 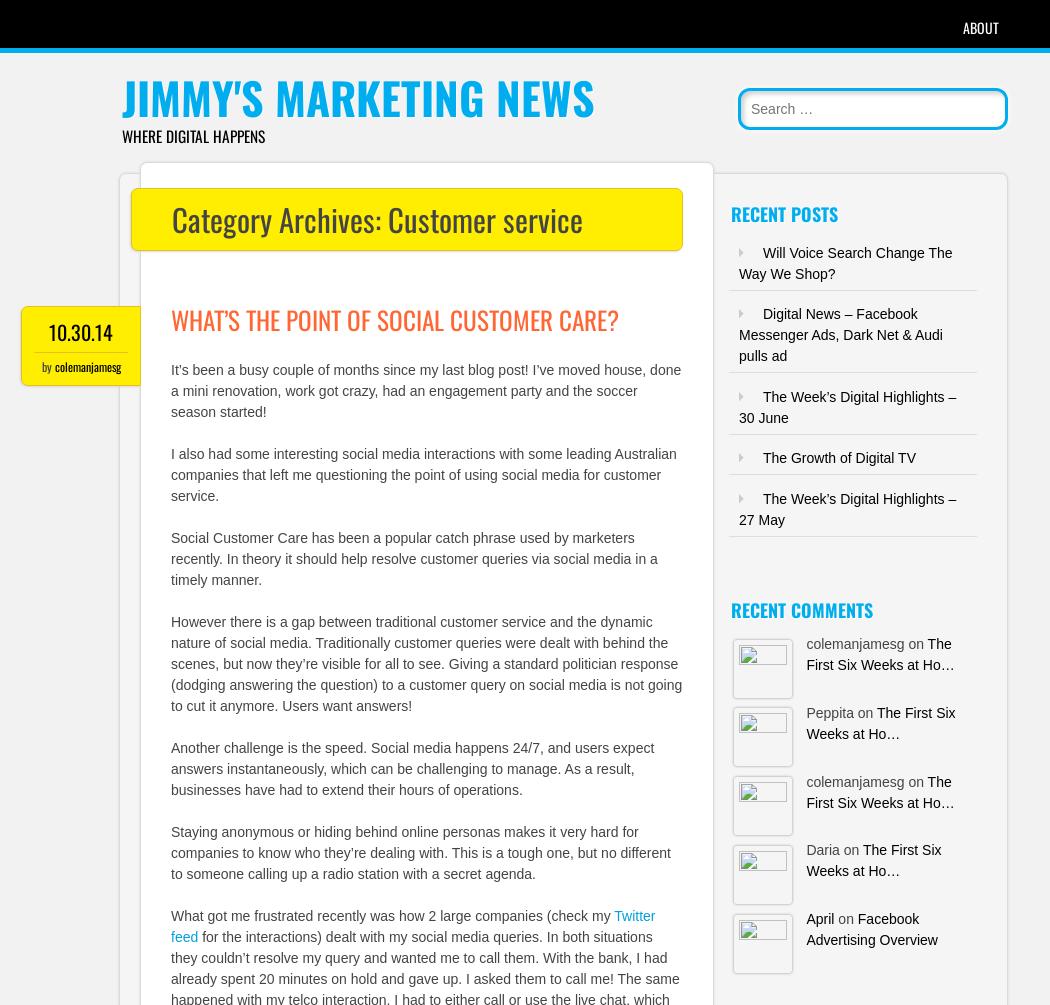 What do you see at coordinates (419, 851) in the screenshot?
I see `'Staying anonymous or hiding behind online personas makes it very hard for companies to know who they’re dealing with. This is a tough one, but no different to someone calling up a radio station with a secret agenda.'` at bounding box center [419, 851].